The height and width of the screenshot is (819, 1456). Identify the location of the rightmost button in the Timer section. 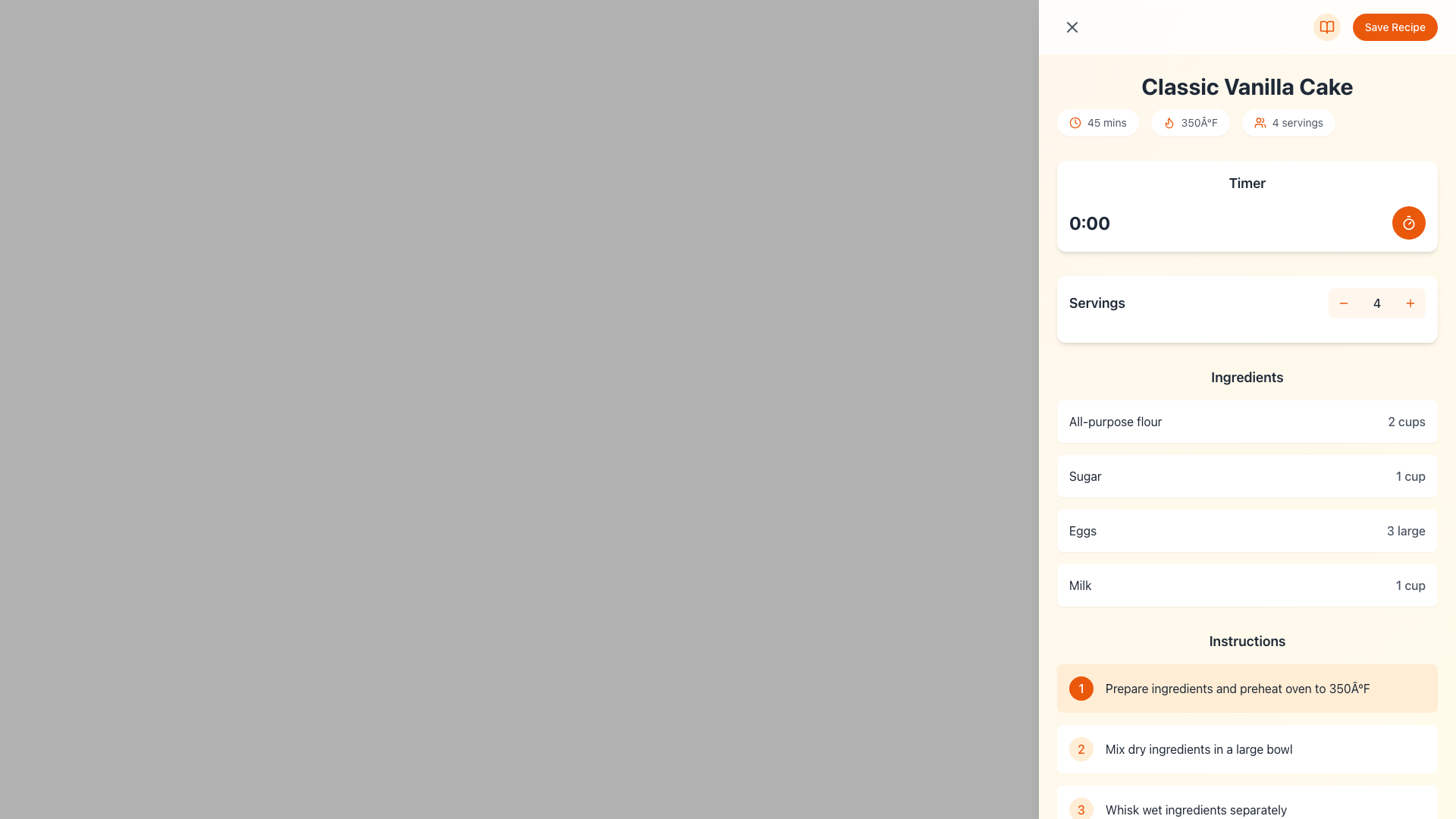
(1407, 222).